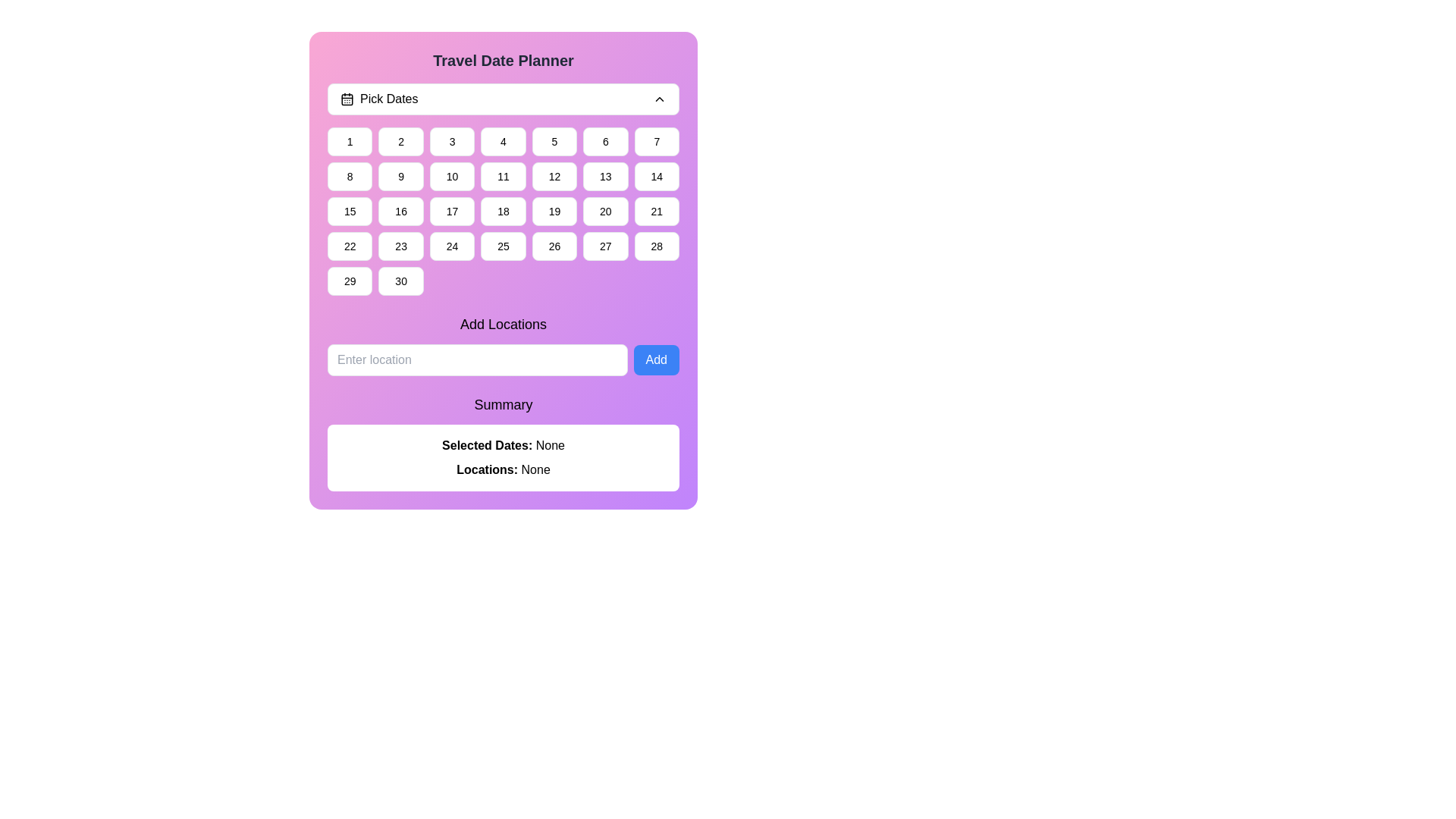 Image resolution: width=1456 pixels, height=819 pixels. Describe the element at coordinates (604, 141) in the screenshot. I see `the square button with a white background and a black '6' in the calendar section` at that location.